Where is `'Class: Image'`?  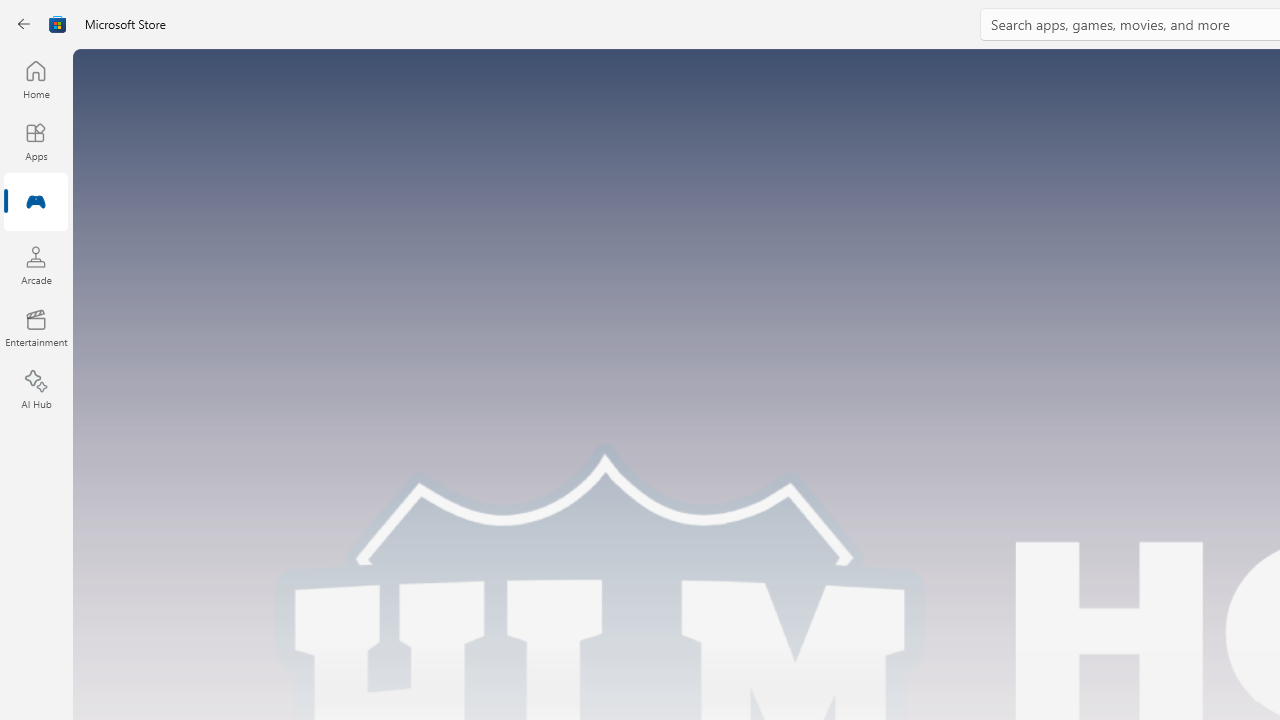
'Class: Image' is located at coordinates (58, 24).